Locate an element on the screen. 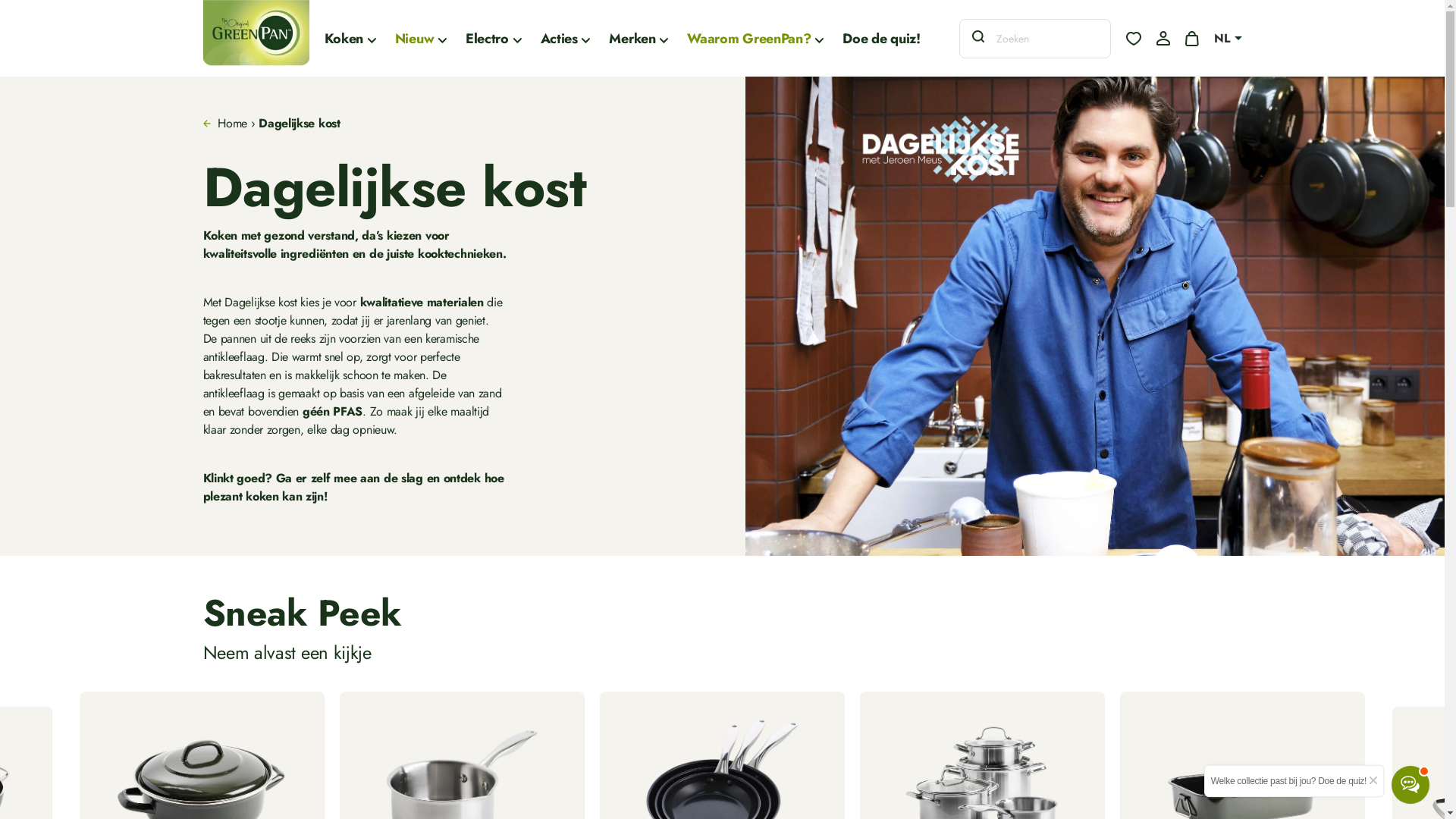  'Electro' is located at coordinates (494, 37).